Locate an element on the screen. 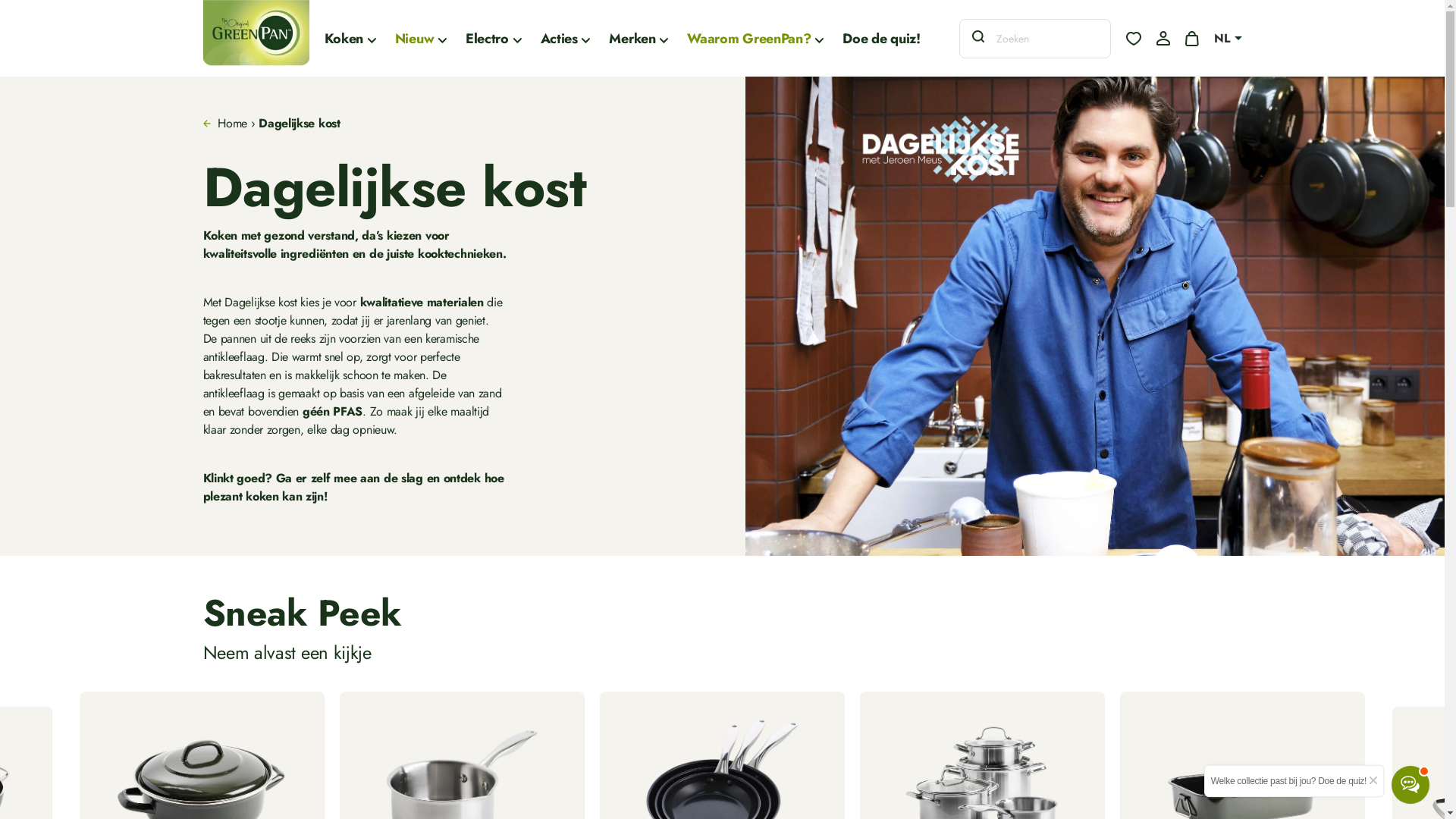  'Electro' is located at coordinates (494, 37).